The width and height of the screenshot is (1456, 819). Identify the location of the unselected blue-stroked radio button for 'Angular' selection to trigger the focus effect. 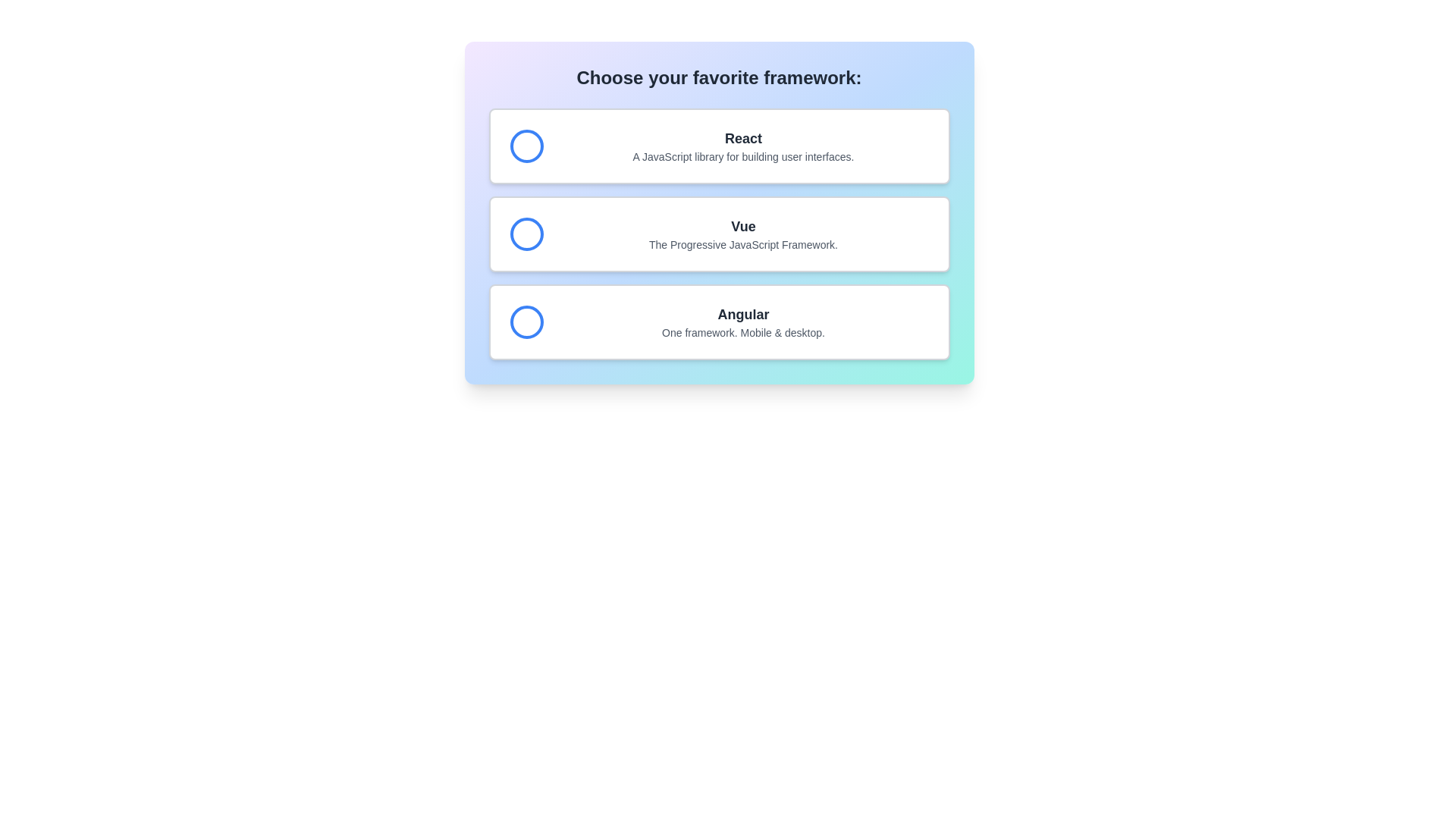
(526, 321).